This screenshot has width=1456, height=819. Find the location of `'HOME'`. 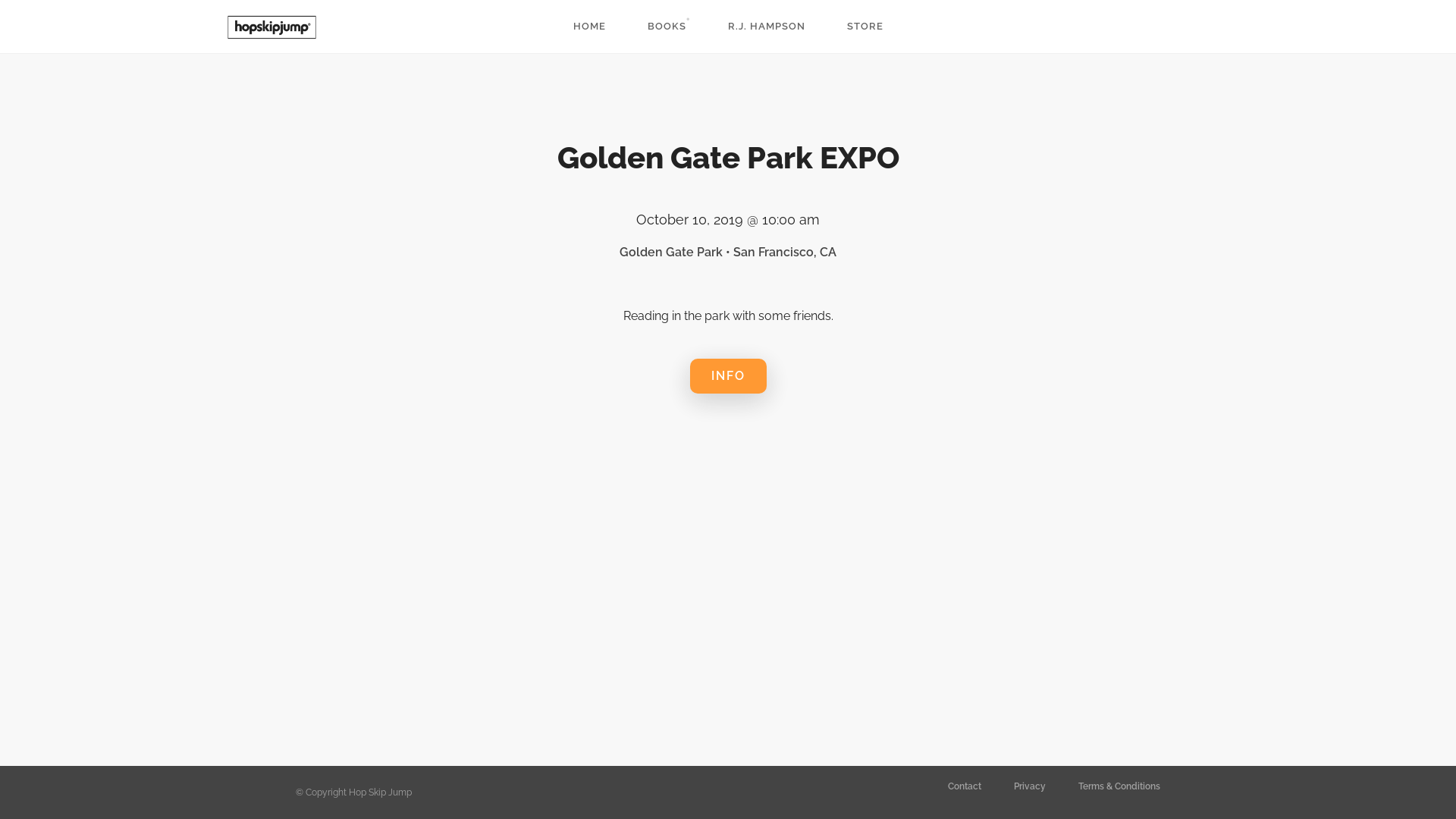

'HOME' is located at coordinates (588, 26).